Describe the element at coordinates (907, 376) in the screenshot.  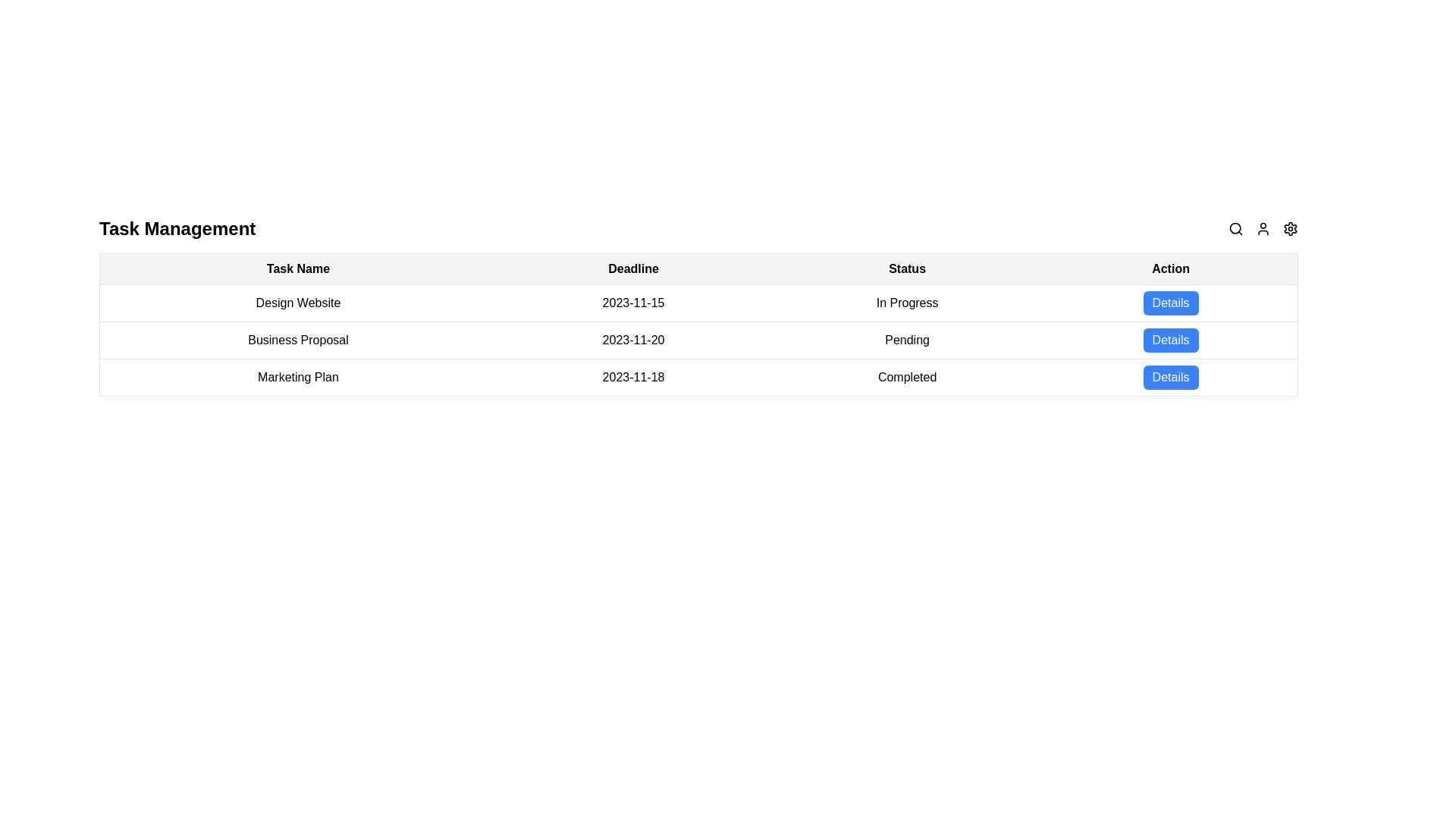
I see `the text label reading 'Completed' in the third row of the table under the 'Status' column` at that location.